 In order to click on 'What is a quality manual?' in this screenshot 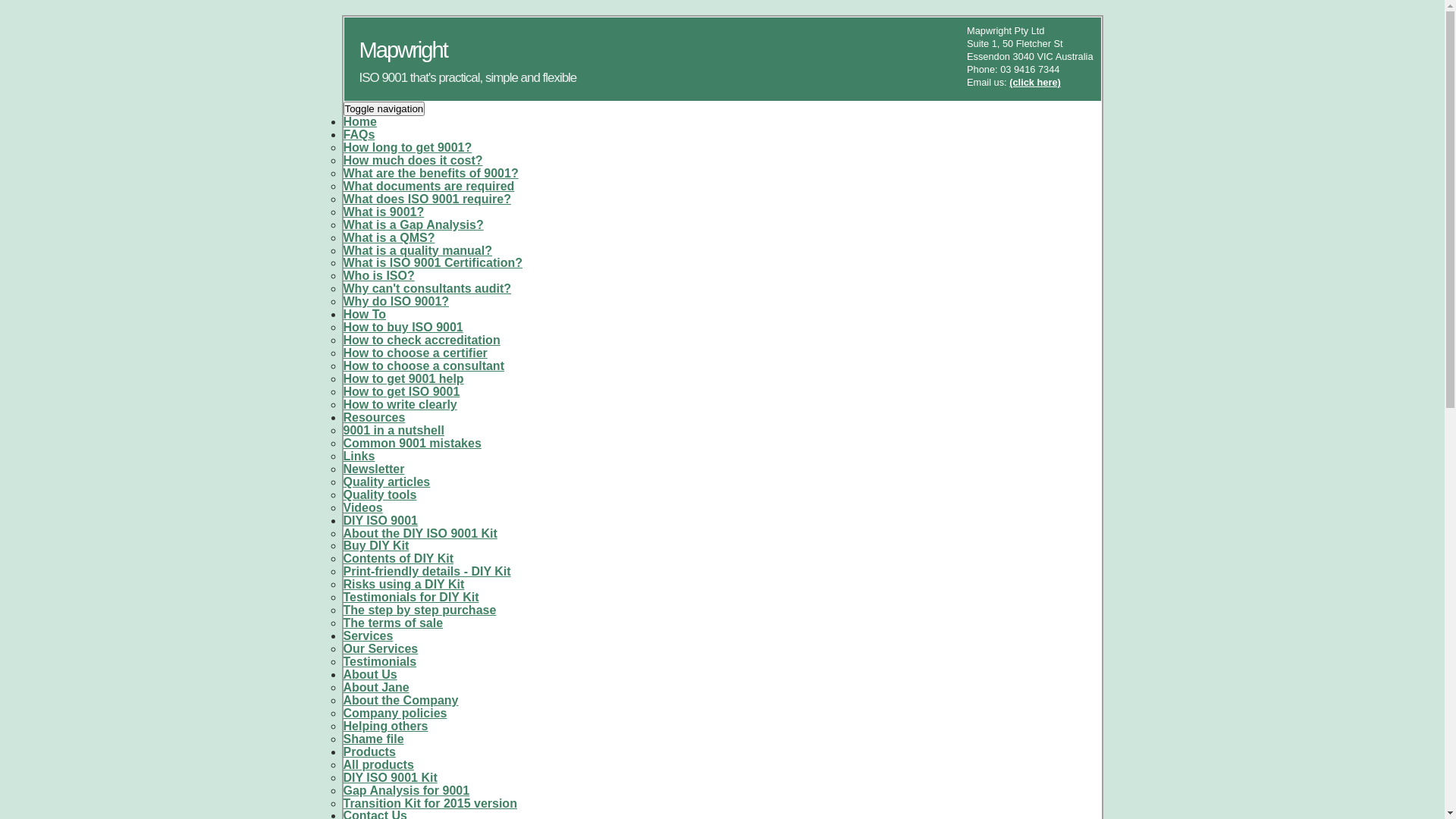, I will do `click(341, 249)`.